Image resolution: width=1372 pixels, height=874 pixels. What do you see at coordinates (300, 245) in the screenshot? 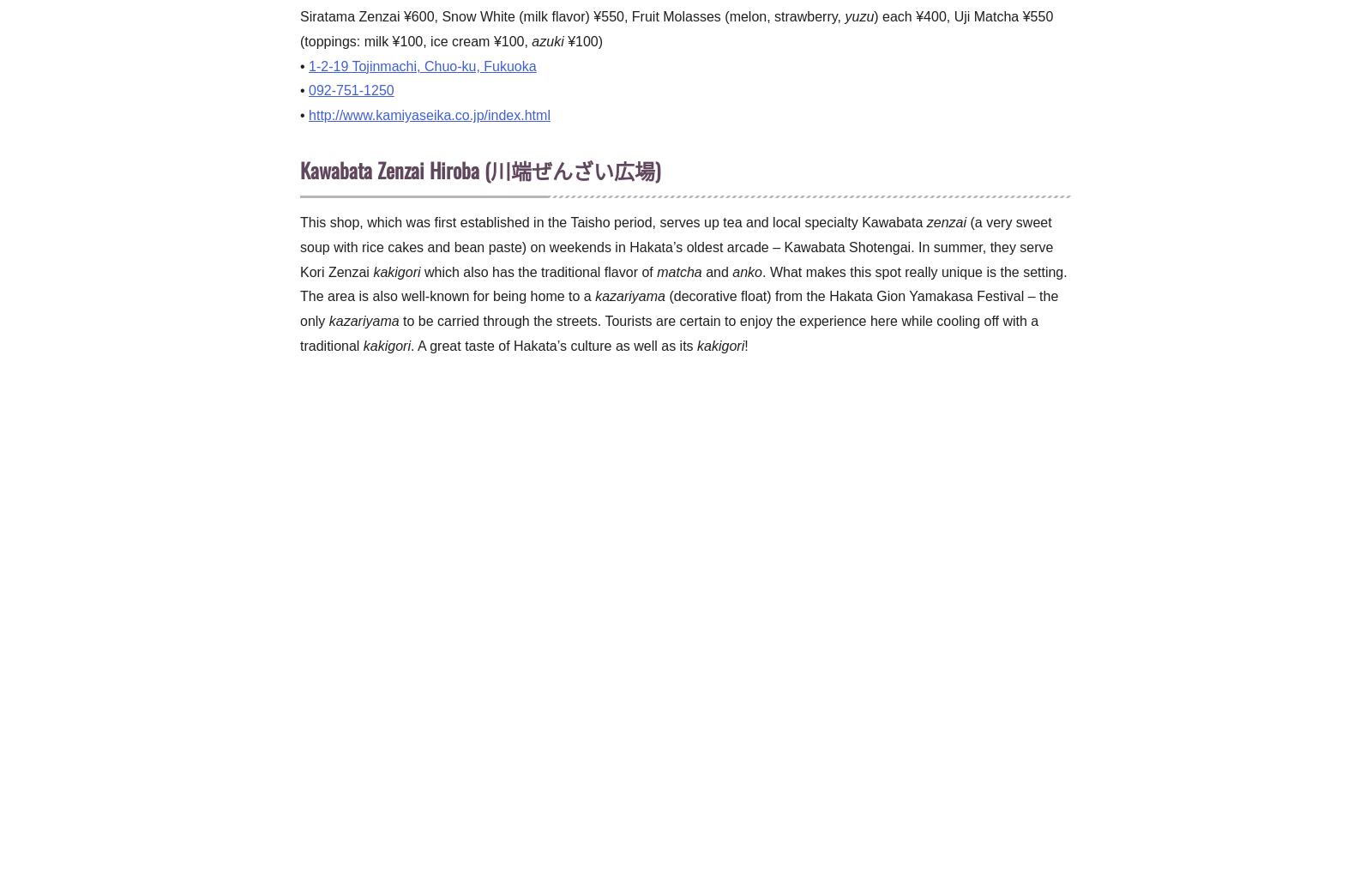
I see `'(a very sweet soup with rice cakes and bean paste) on weekends in Hakata’s oldest arcade – Kawabata Shotengai. In summer, they serve Kori Zenzai'` at bounding box center [300, 245].